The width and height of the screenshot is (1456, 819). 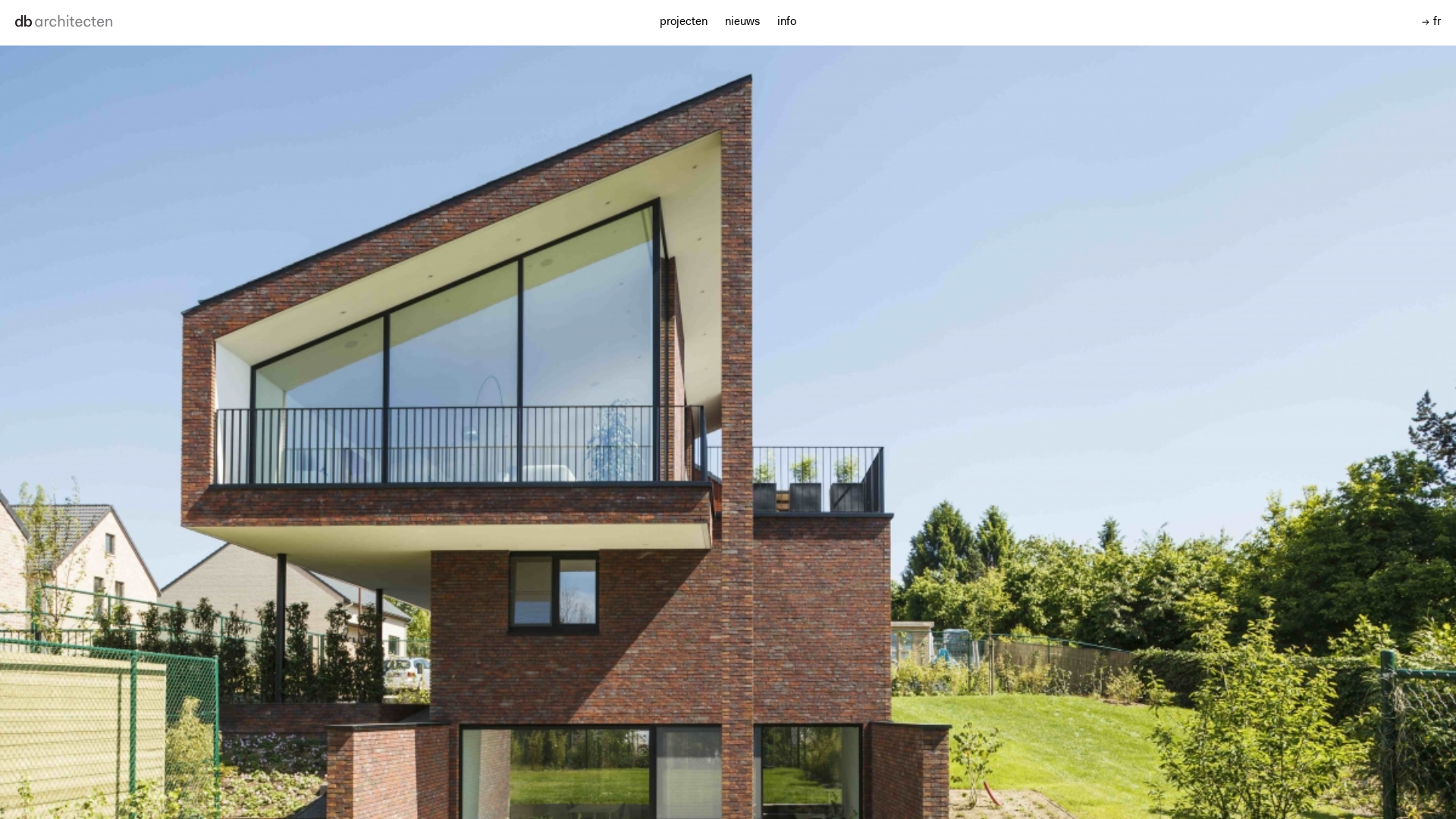 What do you see at coordinates (723, 22) in the screenshot?
I see `'nieuws'` at bounding box center [723, 22].